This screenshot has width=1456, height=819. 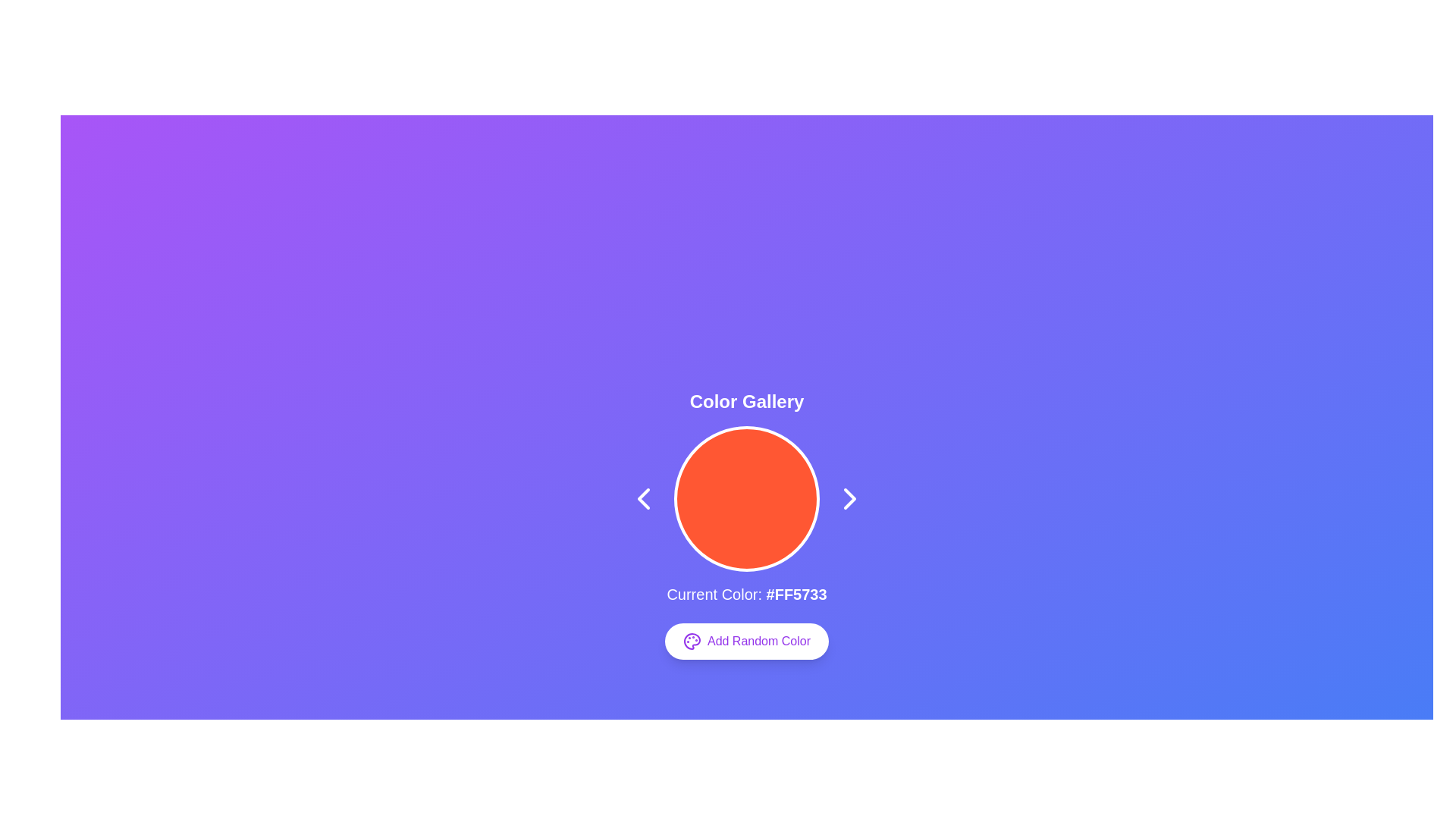 What do you see at coordinates (795, 593) in the screenshot?
I see `text snippet displaying the color code '#FF5733' that is bold and features white text against a blue background, located at the bottom of the label 'Current Color:' and centered horizontally on the page` at bounding box center [795, 593].